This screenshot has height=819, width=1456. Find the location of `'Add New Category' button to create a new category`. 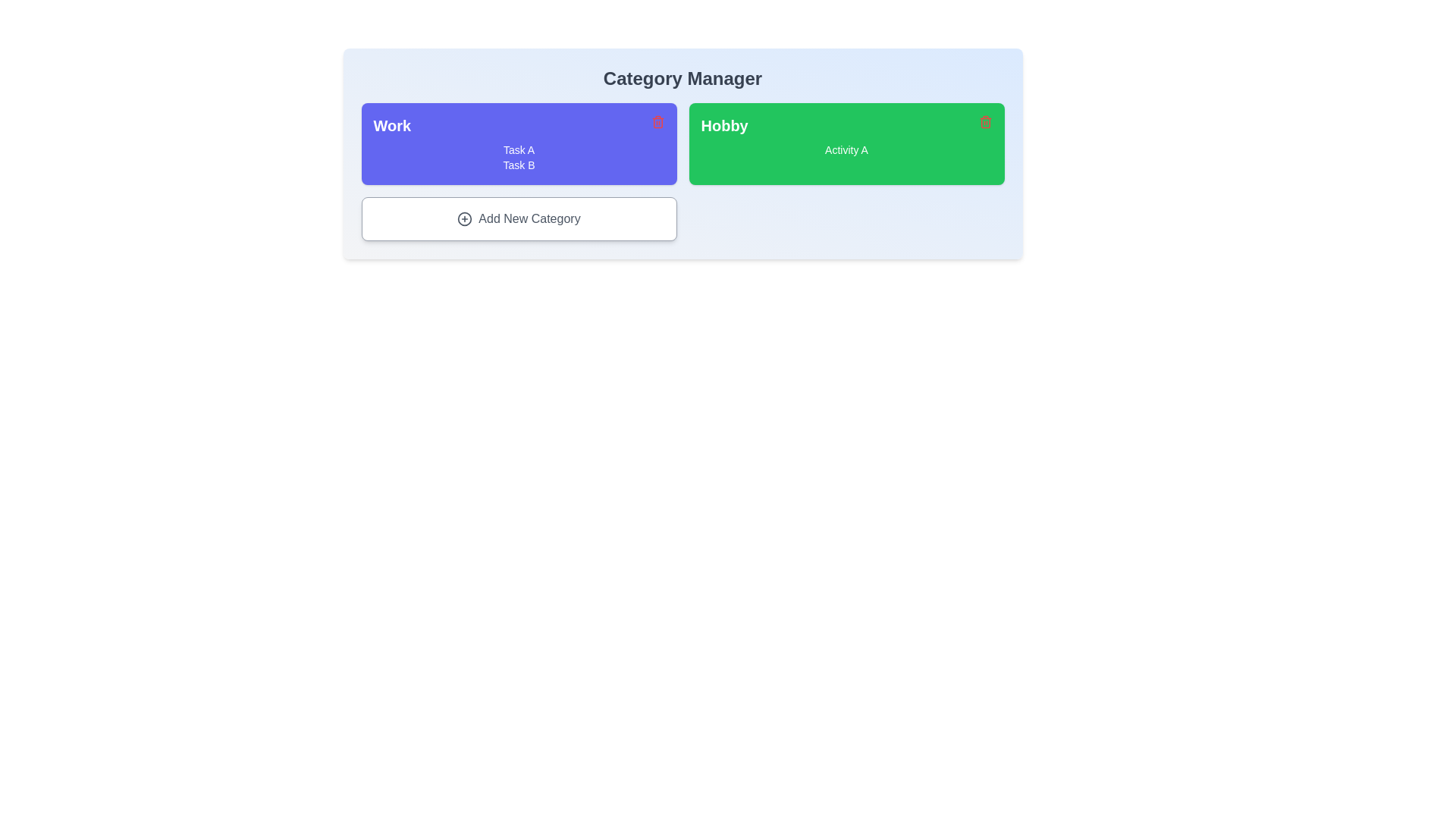

'Add New Category' button to create a new category is located at coordinates (519, 219).